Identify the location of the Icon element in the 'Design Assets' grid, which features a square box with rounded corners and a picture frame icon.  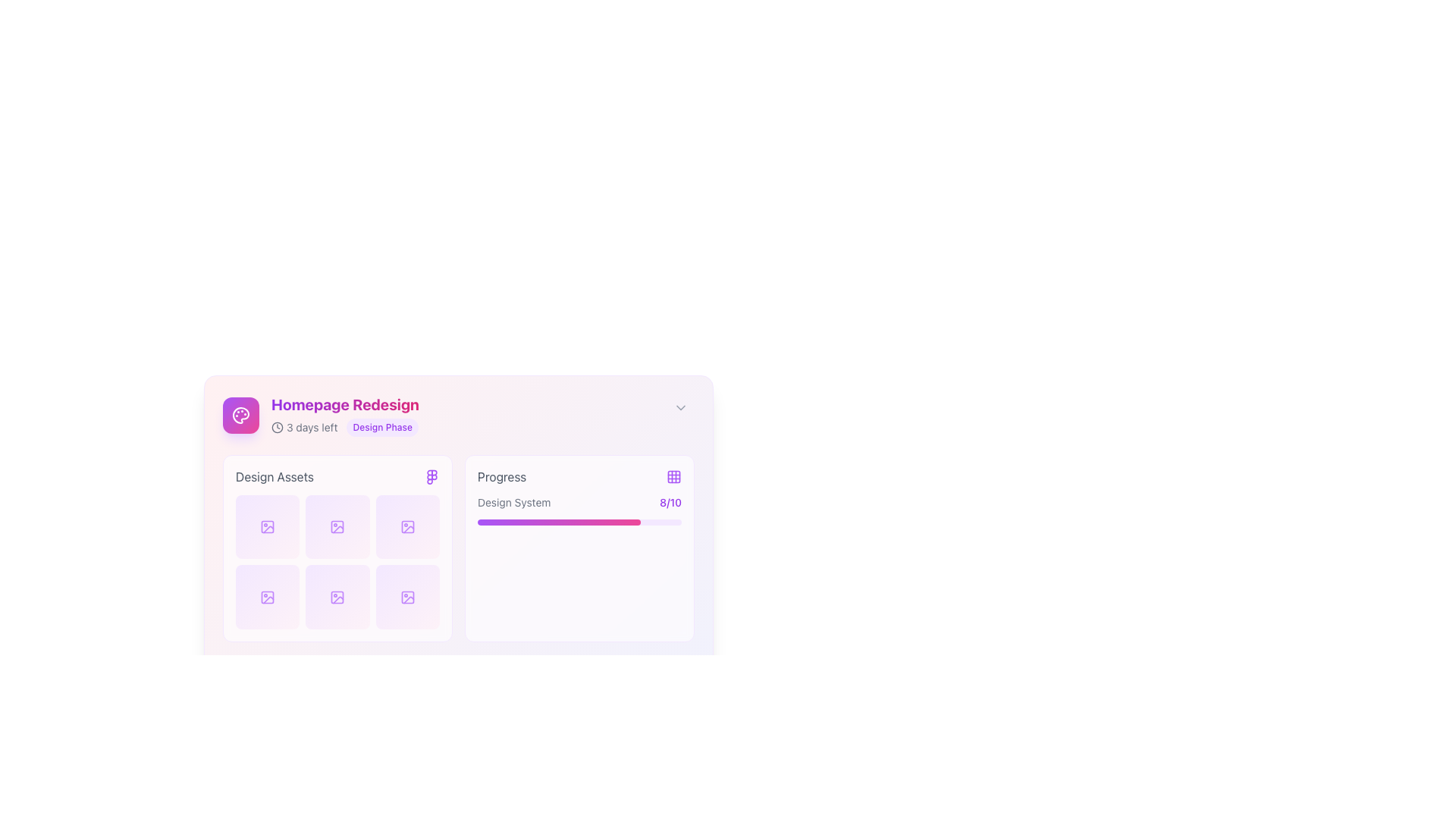
(407, 526).